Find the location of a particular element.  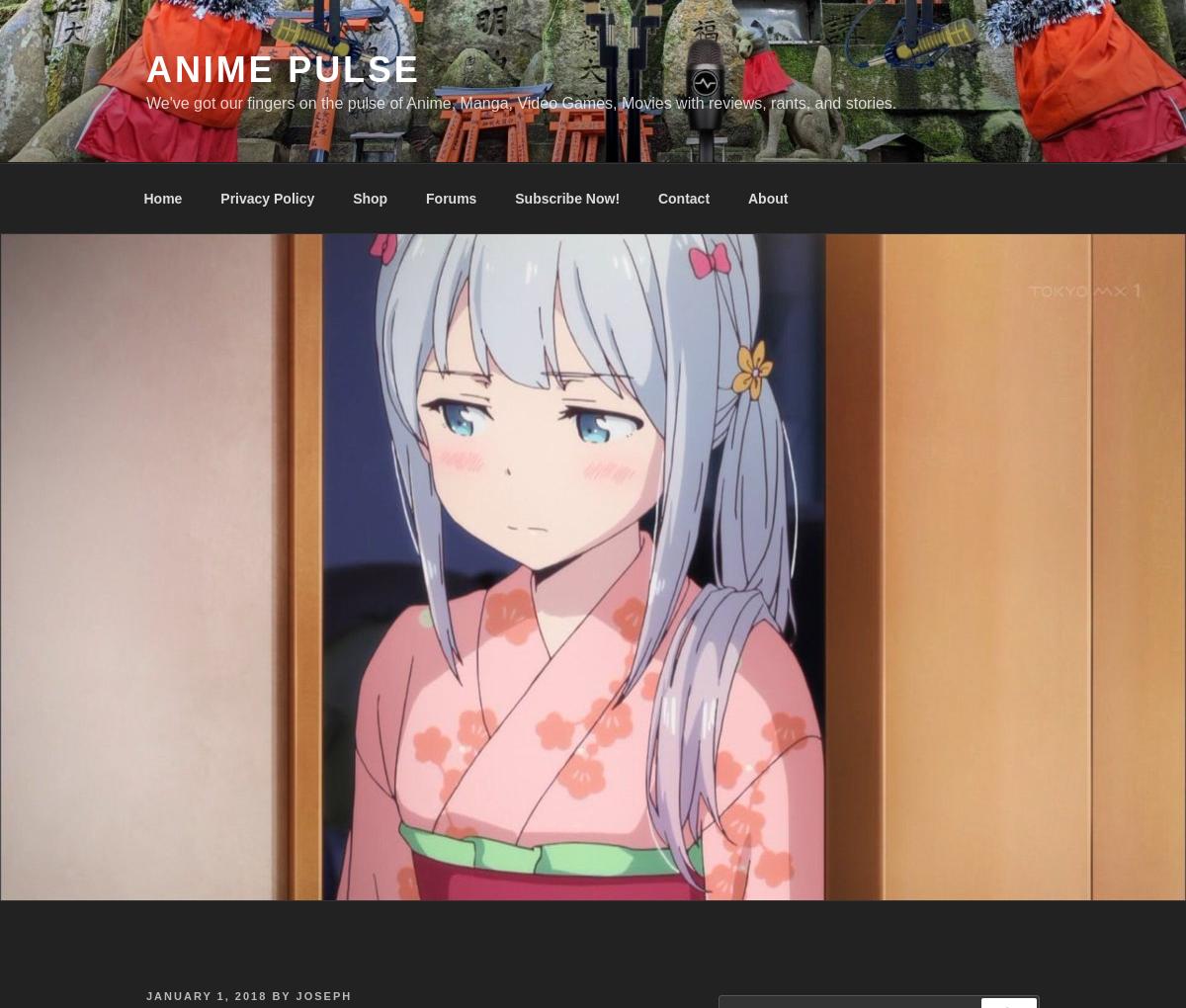

'About' is located at coordinates (766, 197).